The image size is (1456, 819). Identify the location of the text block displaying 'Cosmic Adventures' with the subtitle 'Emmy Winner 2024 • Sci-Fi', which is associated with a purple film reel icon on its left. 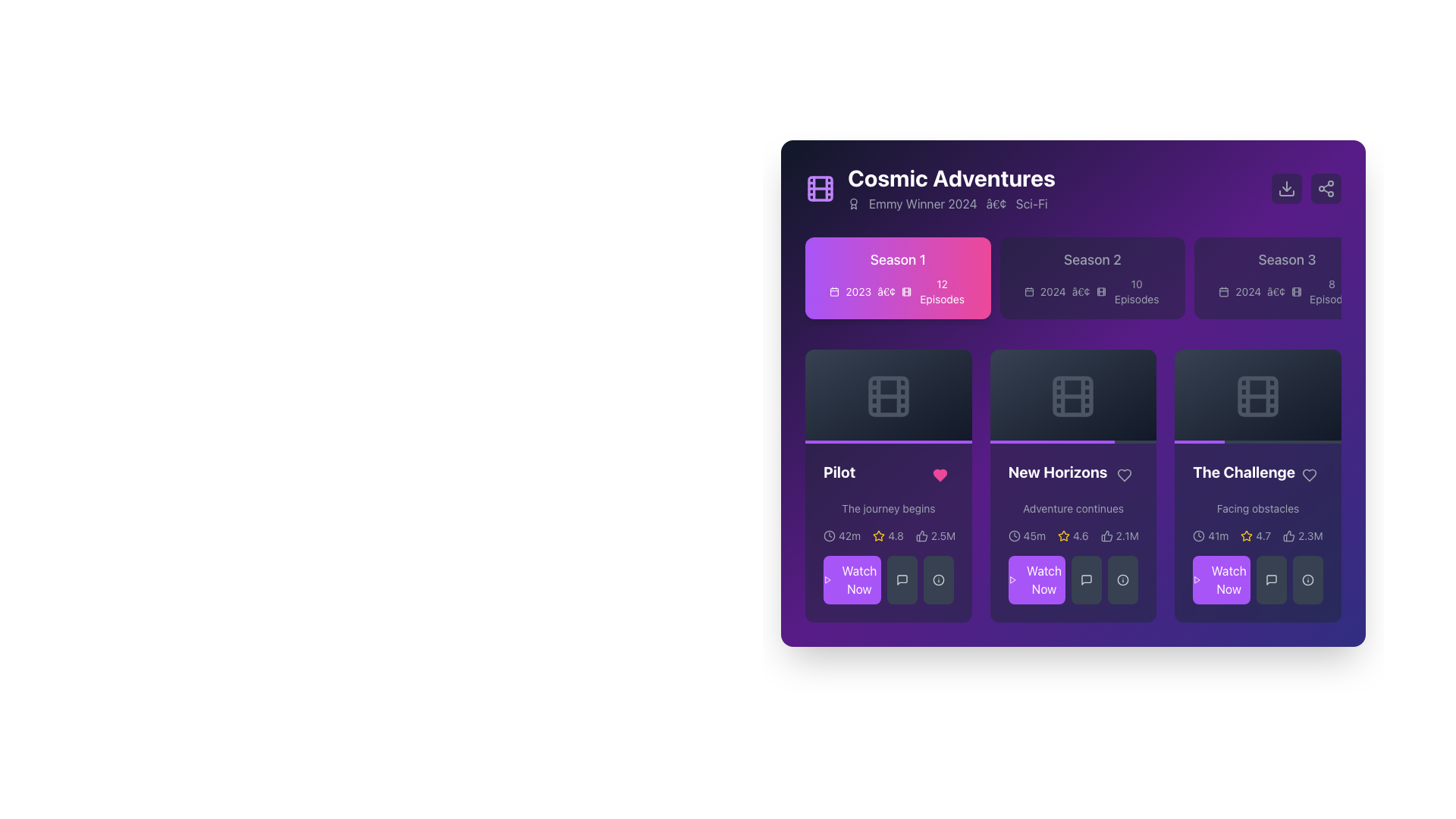
(929, 188).